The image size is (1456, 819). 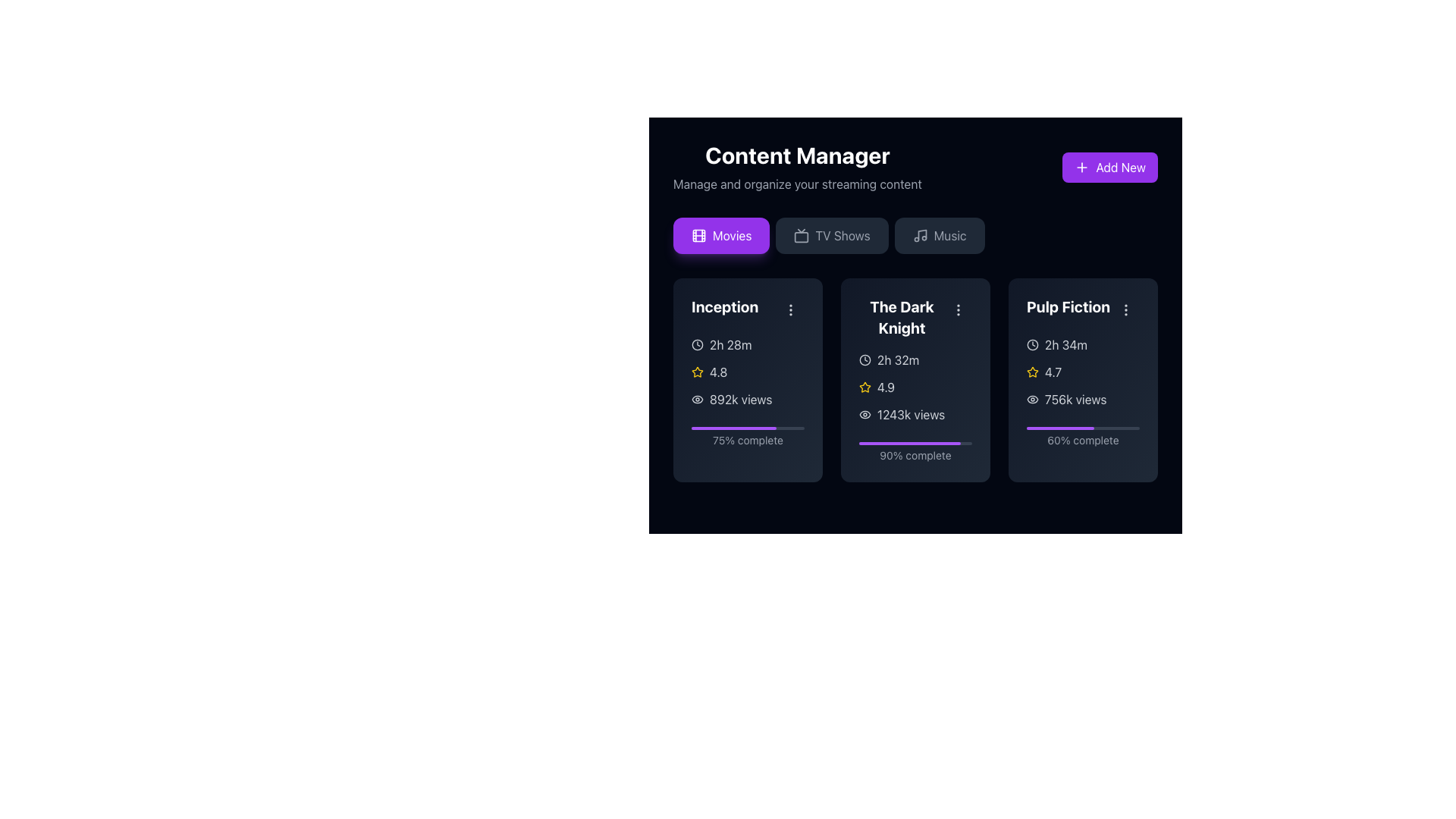 What do you see at coordinates (898, 359) in the screenshot?
I see `text label conveying the duration of the movie 'The Dark Knight', which is located next to a clock icon within the card titled 'The Dark Knight' under the 'Movies' category` at bounding box center [898, 359].